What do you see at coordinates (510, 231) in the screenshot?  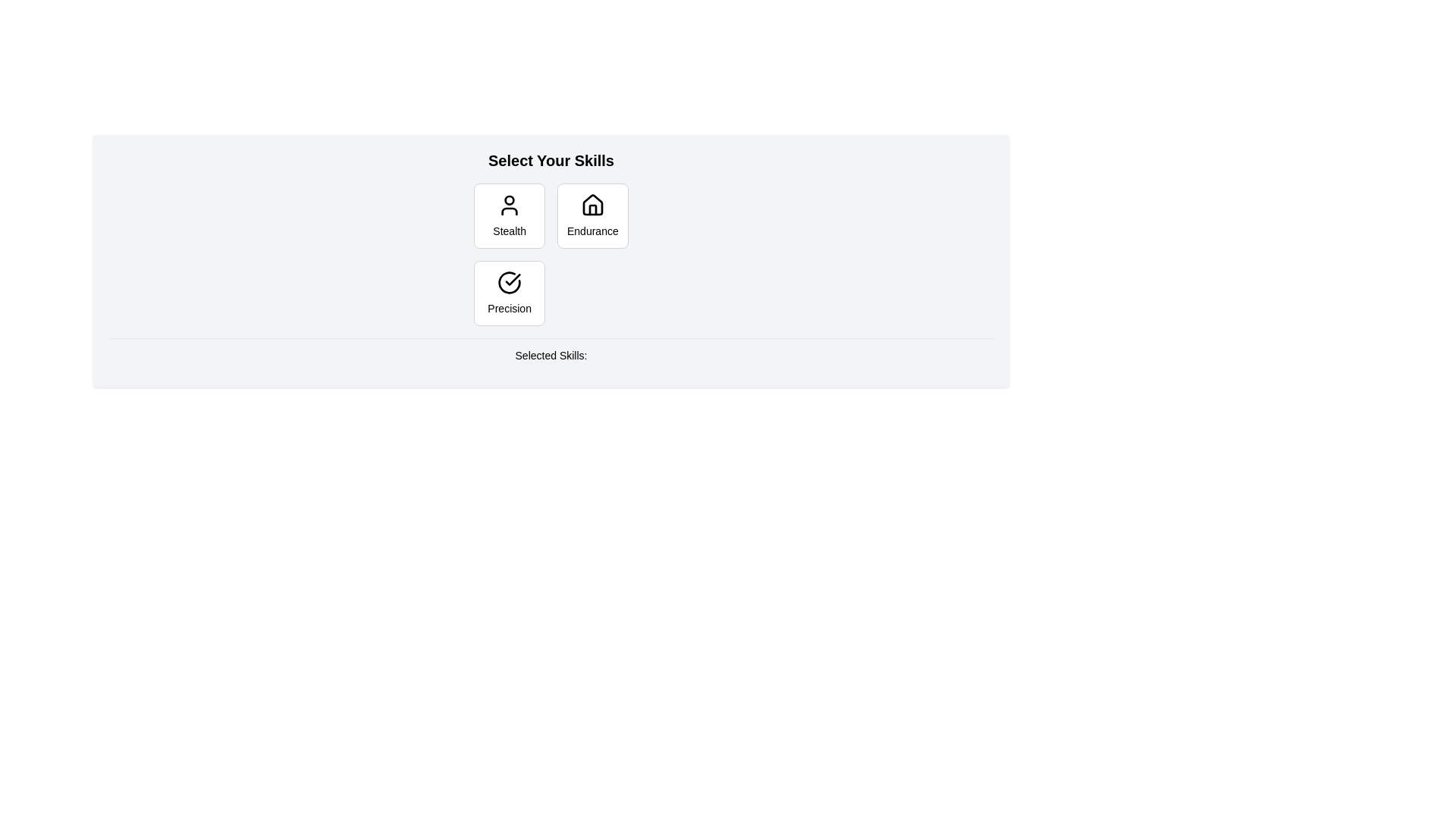 I see `text content of the 'Stealth' label, which is a small, bold, black text located at the bottom of a bordered rectangular card under a user icon` at bounding box center [510, 231].